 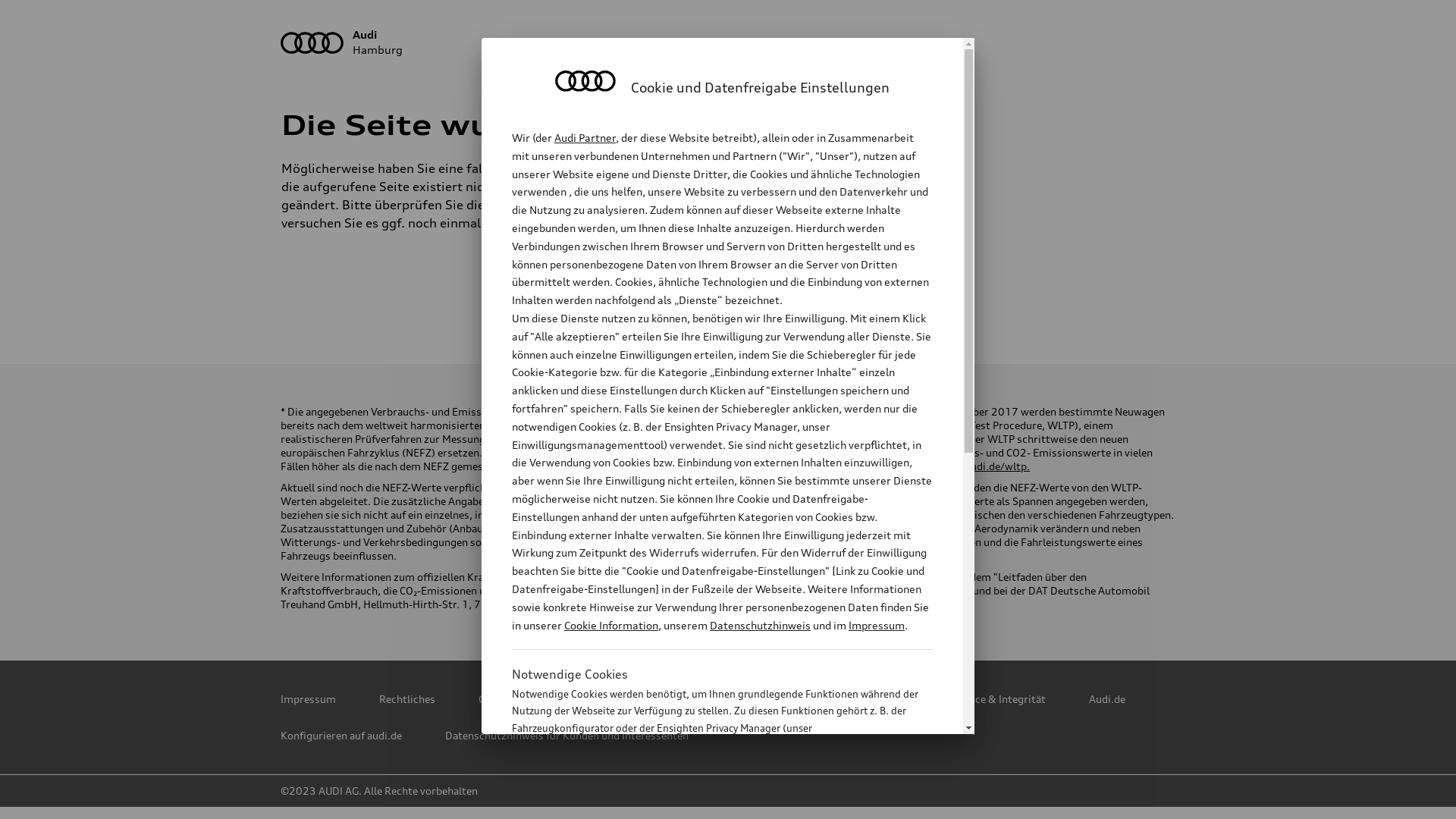 What do you see at coordinates (704, 802) in the screenshot?
I see `'Cookie Information'` at bounding box center [704, 802].